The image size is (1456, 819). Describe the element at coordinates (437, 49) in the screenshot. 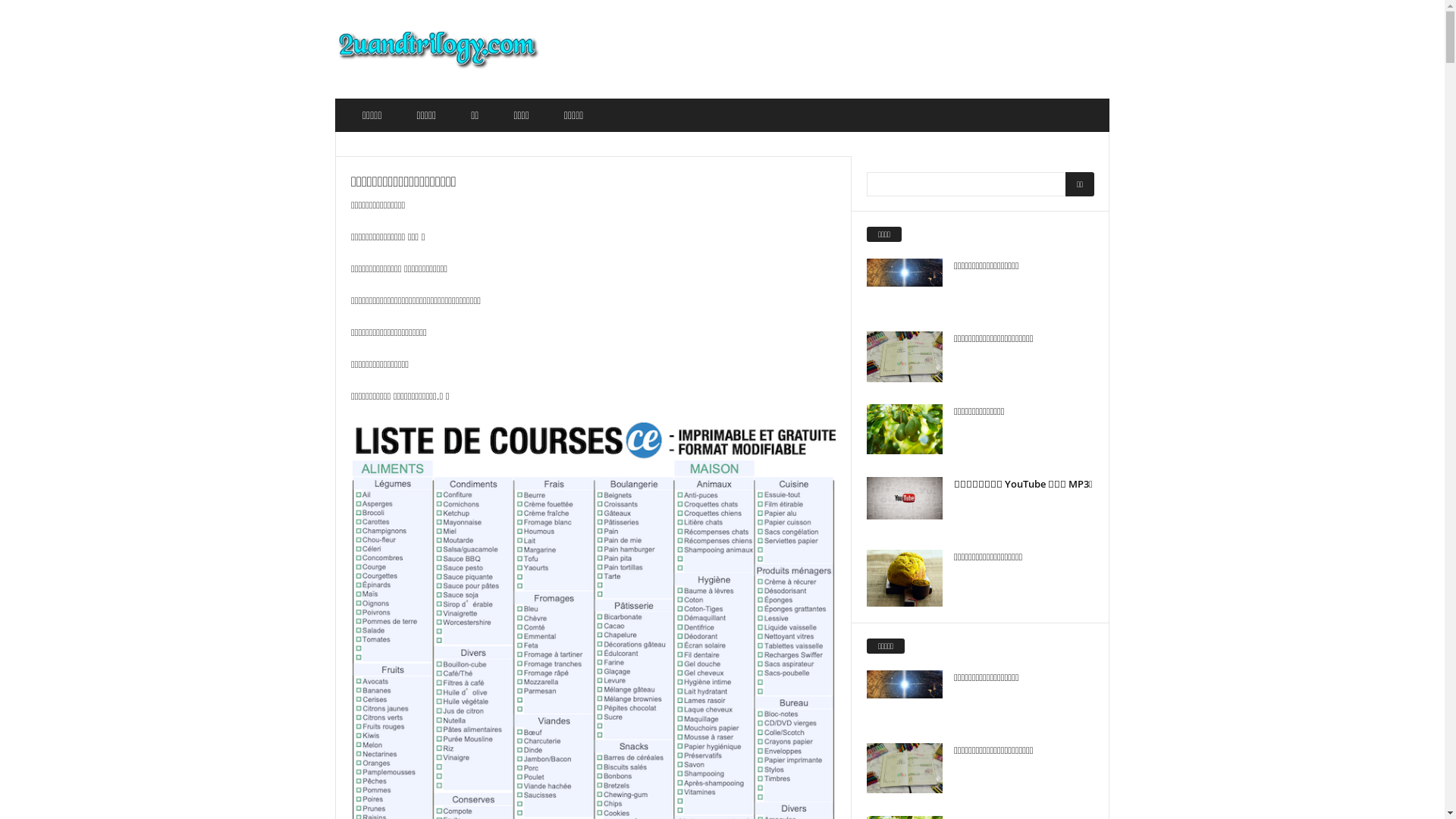

I see `'2uandtrilogy.com'` at that location.